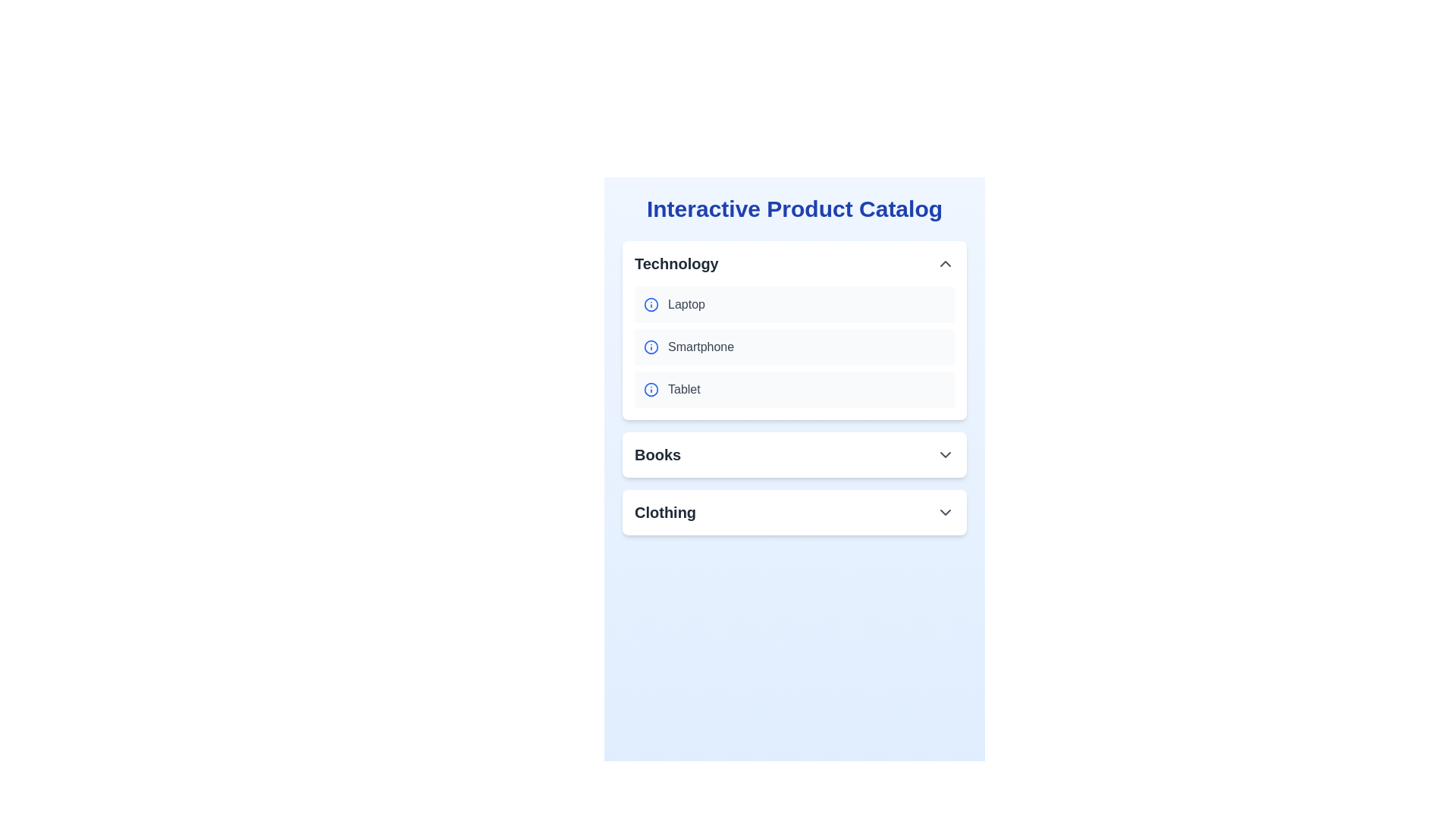 The image size is (1456, 819). I want to click on the circular information icon located, so click(651, 304).